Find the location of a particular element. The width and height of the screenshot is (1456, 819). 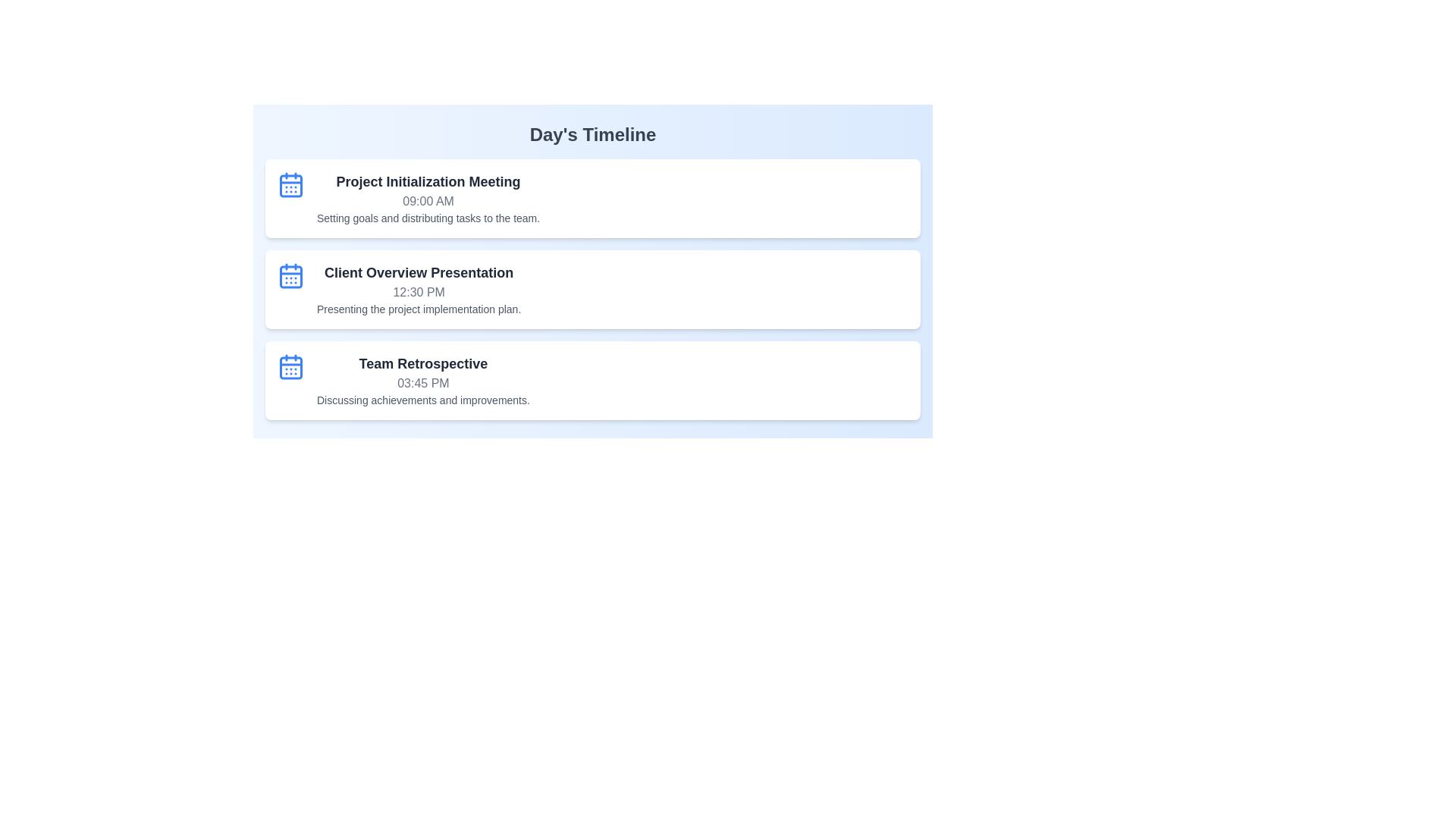

the static text label that provides additional information about the 'Project Initialization Meeting' in the timeline card, which is positioned at the bottom of the card, below the title and timestamp is located at coordinates (428, 218).